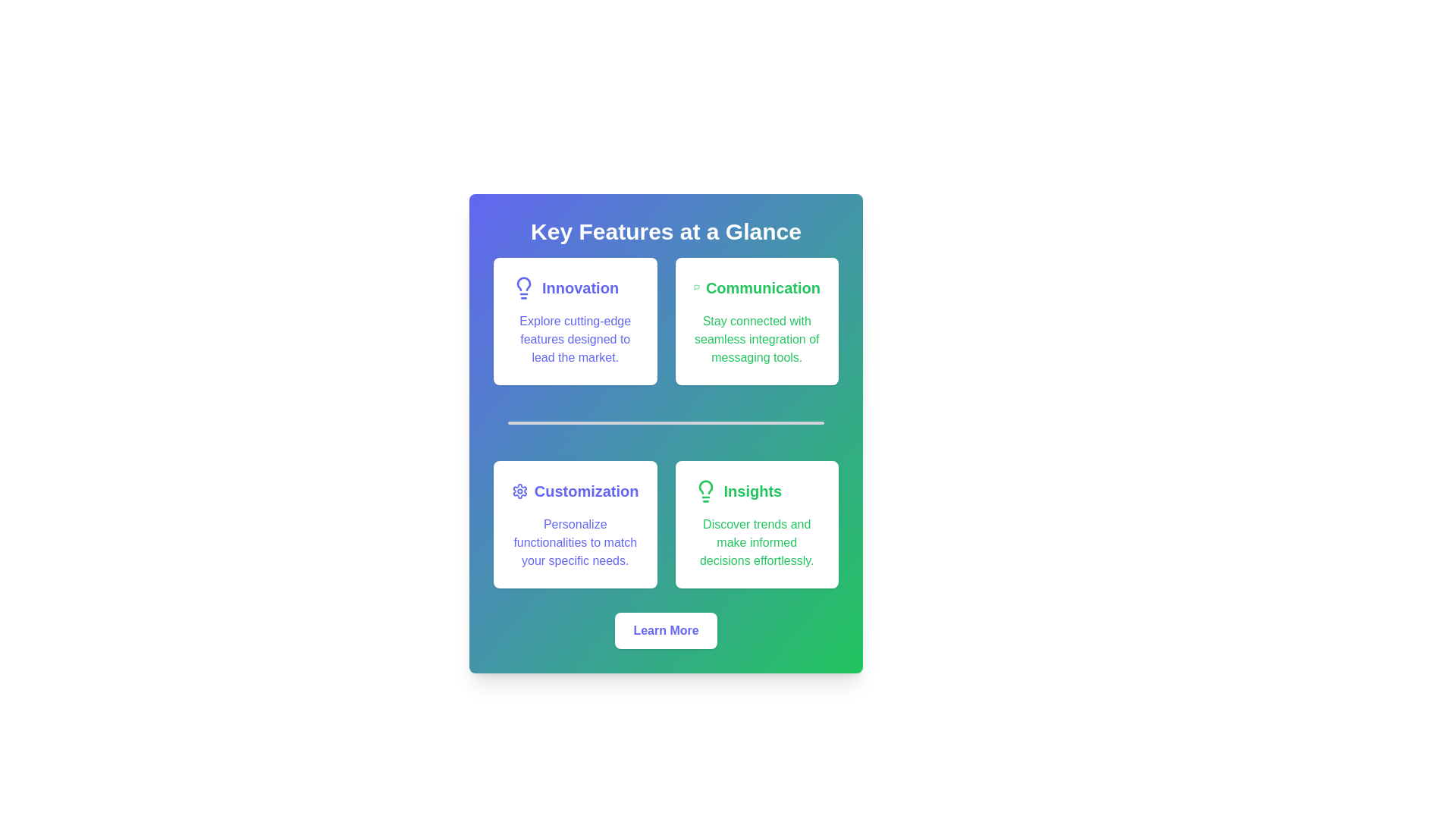 Image resolution: width=1456 pixels, height=819 pixels. I want to click on the descriptive text element located in the bottom-left quadrant of the 'Customization' card, positioned directly below the heading, so click(574, 542).